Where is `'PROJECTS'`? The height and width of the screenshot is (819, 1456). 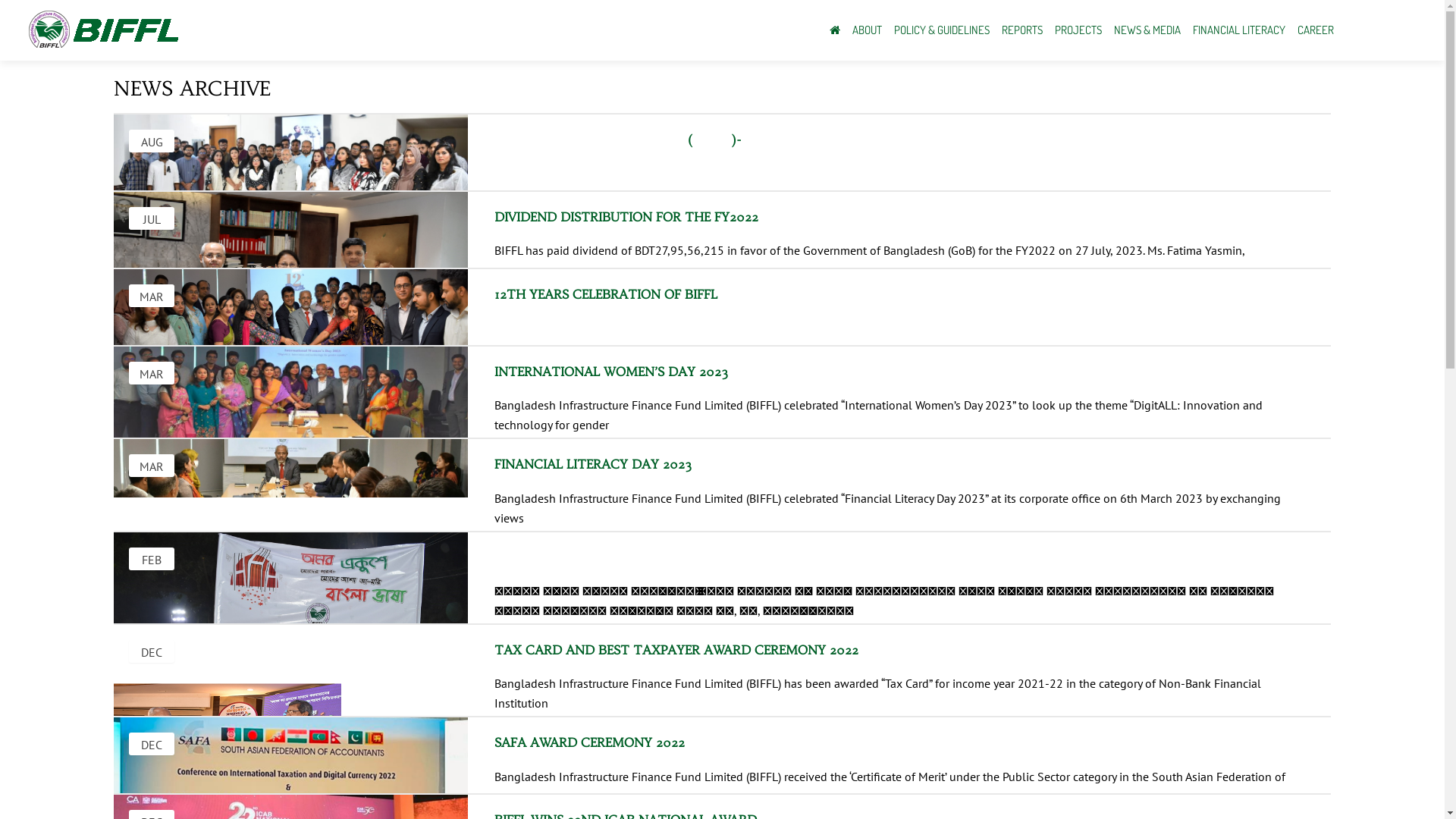 'PROJECTS' is located at coordinates (1047, 30).